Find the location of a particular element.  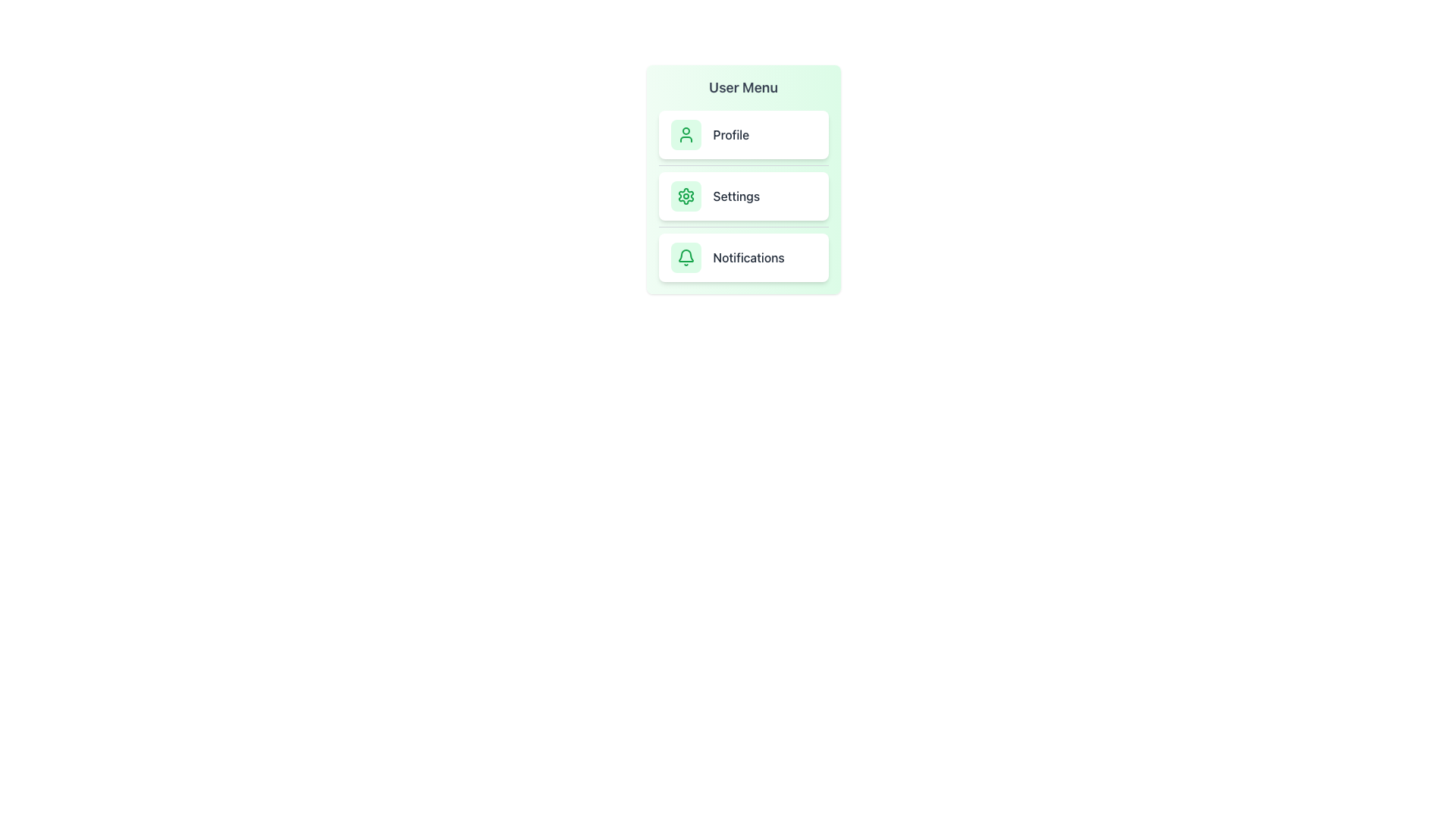

the settings icon, which is a gear shape with a green outline, located in the middle of a vertical user menu is located at coordinates (685, 195).